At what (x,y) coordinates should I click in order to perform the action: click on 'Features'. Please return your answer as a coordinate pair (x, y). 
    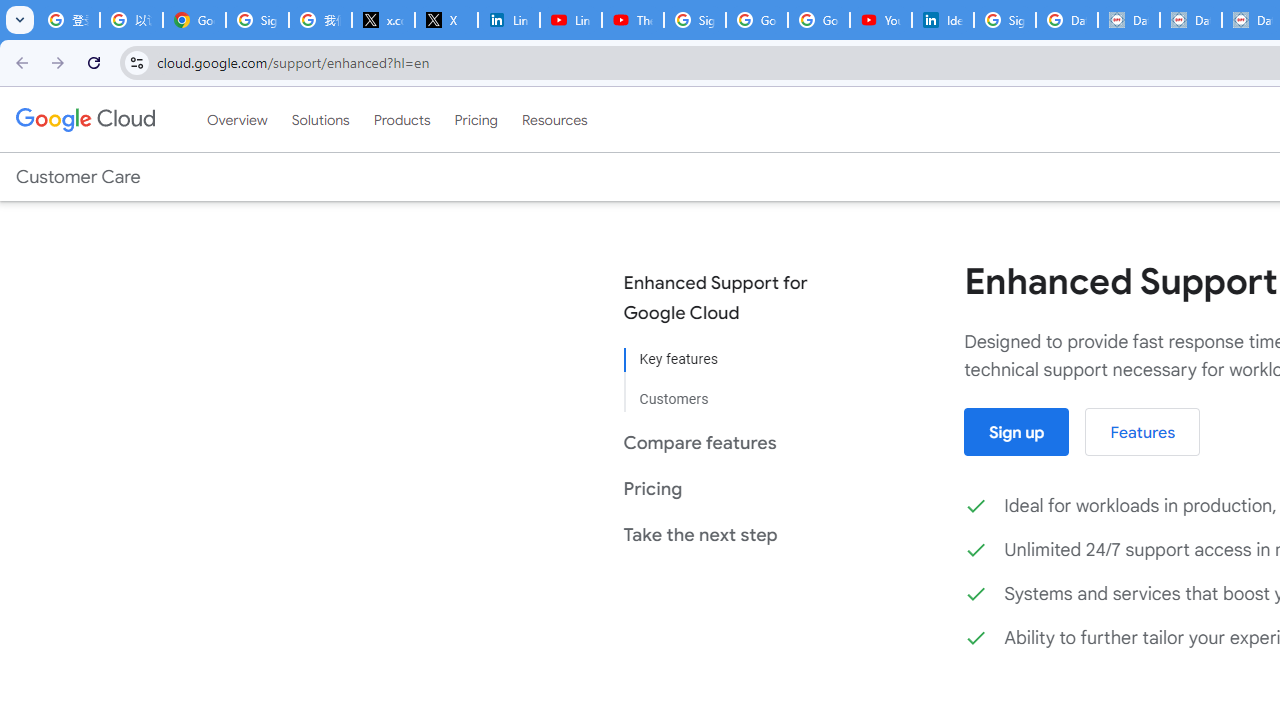
    Looking at the image, I should click on (1143, 431).